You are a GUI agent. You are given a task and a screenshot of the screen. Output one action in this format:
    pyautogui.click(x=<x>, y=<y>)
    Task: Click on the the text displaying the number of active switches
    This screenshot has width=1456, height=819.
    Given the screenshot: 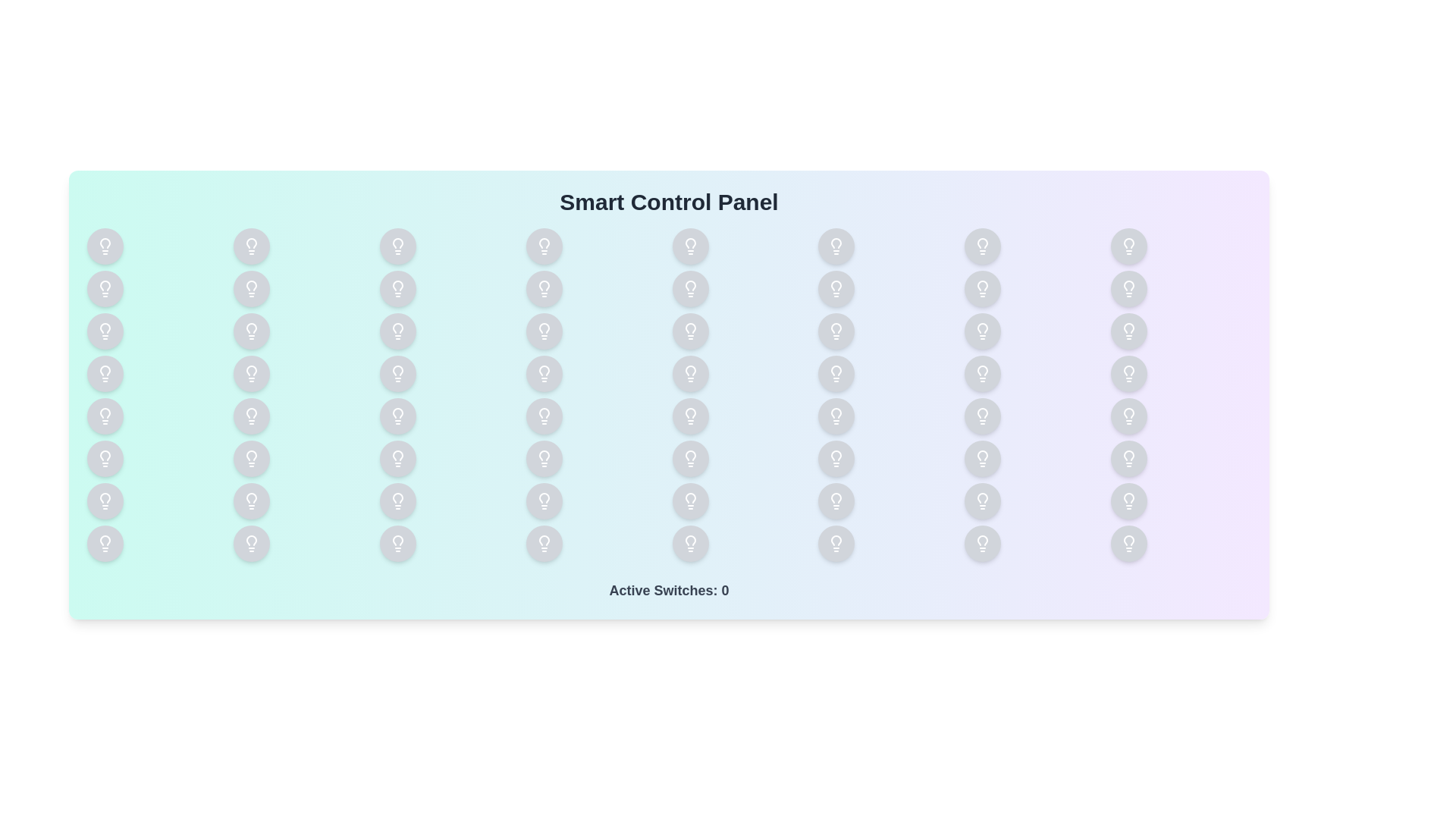 What is the action you would take?
    pyautogui.click(x=668, y=590)
    